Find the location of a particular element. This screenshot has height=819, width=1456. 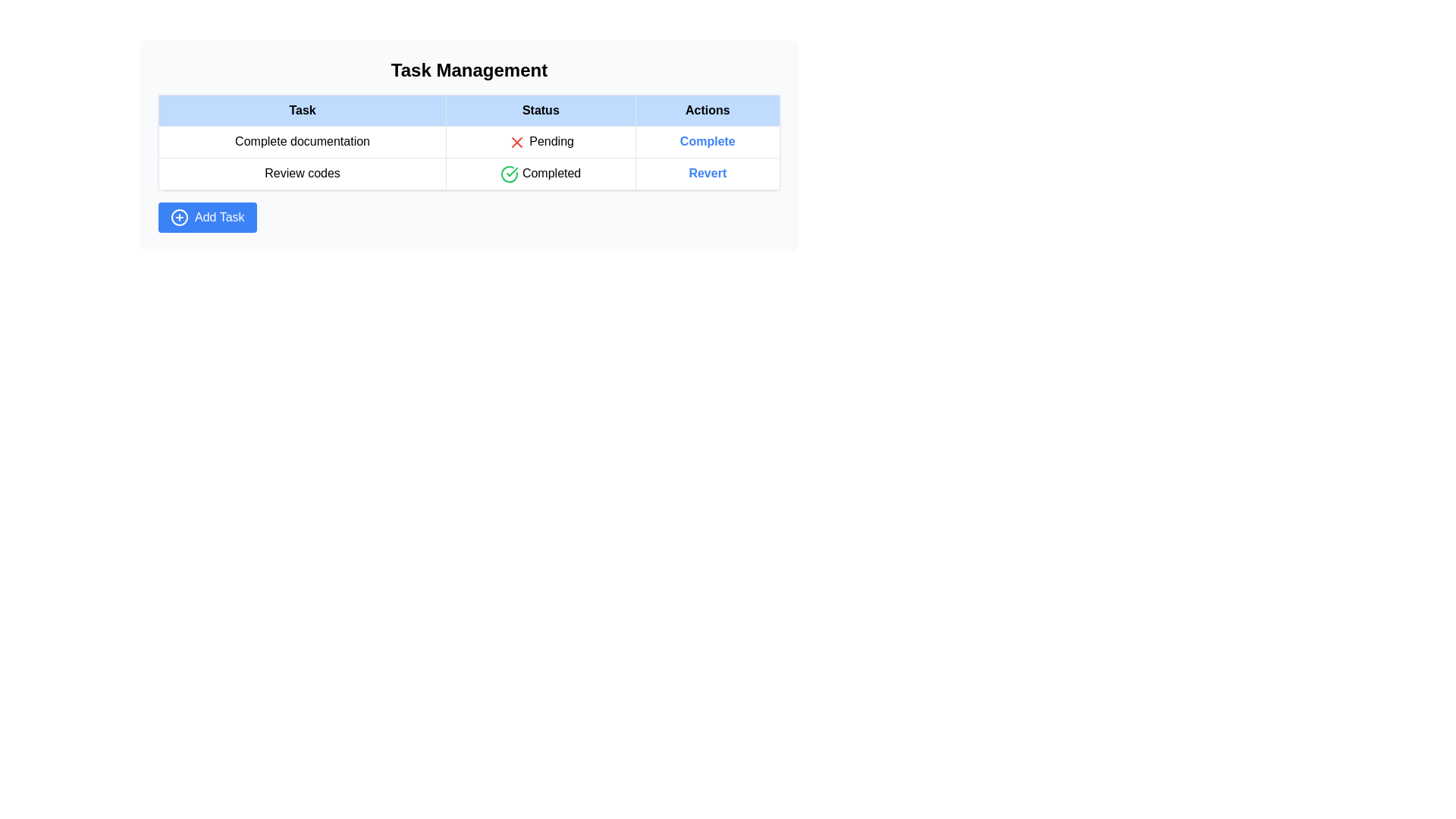

the non-interactive status label indicating that the task is currently pending, located in the task management table under the 'Status' column of the 'Complete documentation' row is located at coordinates (541, 142).